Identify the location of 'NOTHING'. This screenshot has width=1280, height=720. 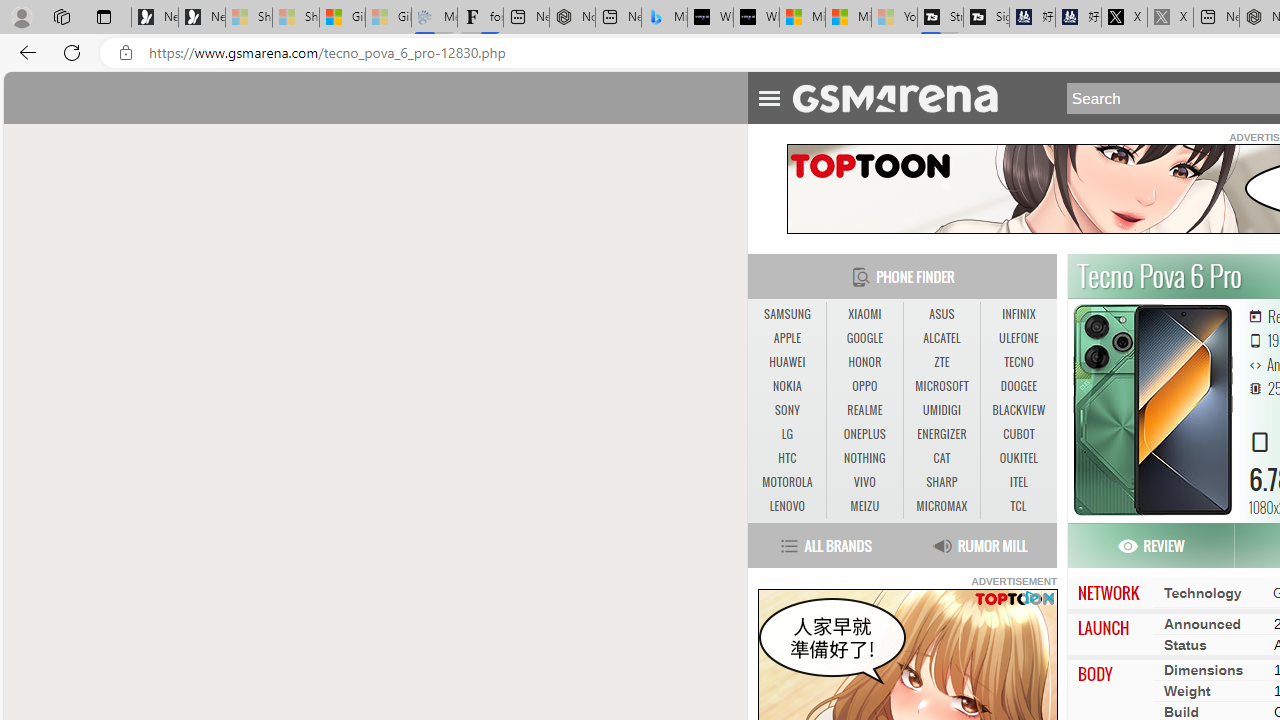
(864, 458).